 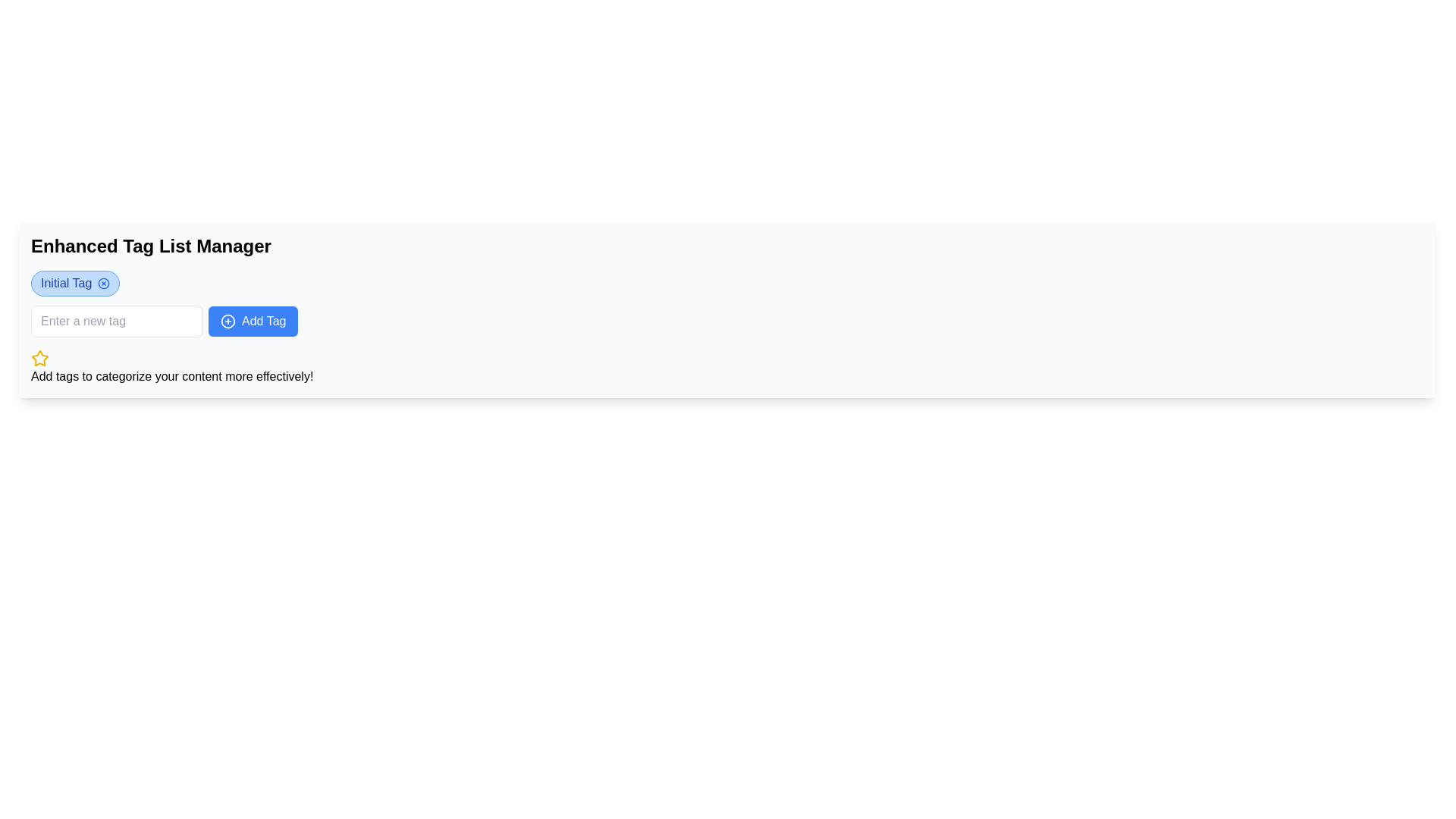 I want to click on the informational UI component that displays the instruction 'Add tags to categorize your content more effectively!' with a yellow star-shaped icon to its left, so click(x=172, y=368).